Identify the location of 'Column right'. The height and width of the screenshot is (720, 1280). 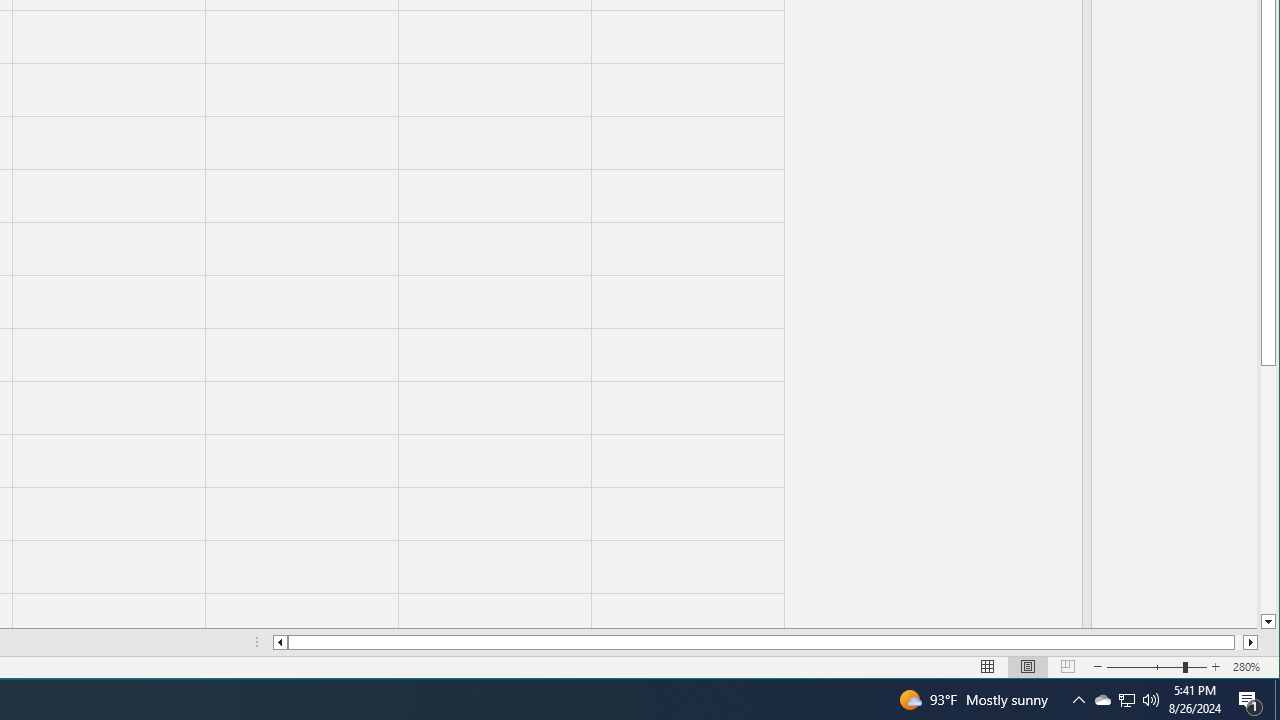
(1250, 642).